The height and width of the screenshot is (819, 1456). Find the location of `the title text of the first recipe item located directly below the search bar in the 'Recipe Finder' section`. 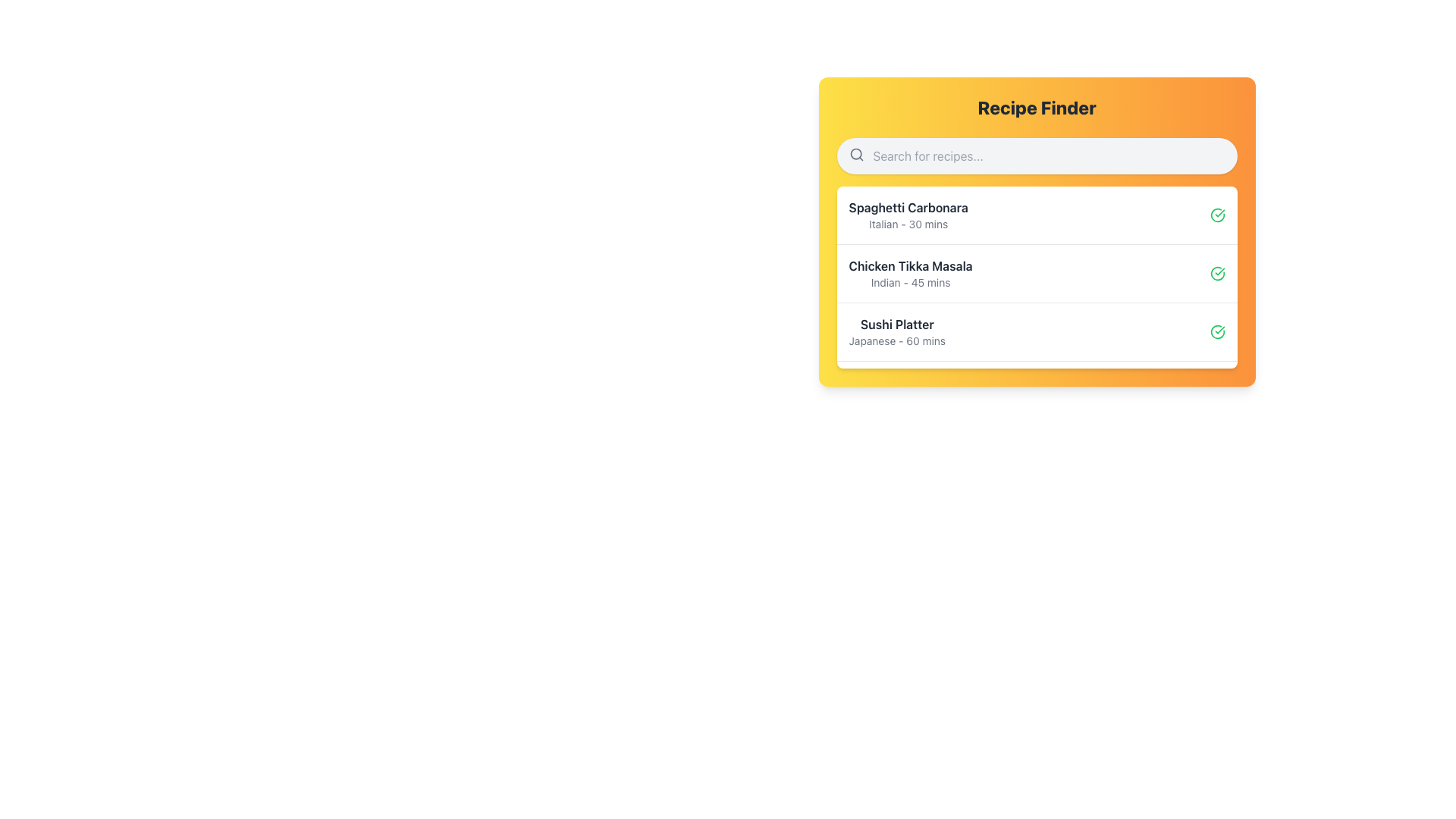

the title text of the first recipe item located directly below the search bar in the 'Recipe Finder' section is located at coordinates (908, 207).